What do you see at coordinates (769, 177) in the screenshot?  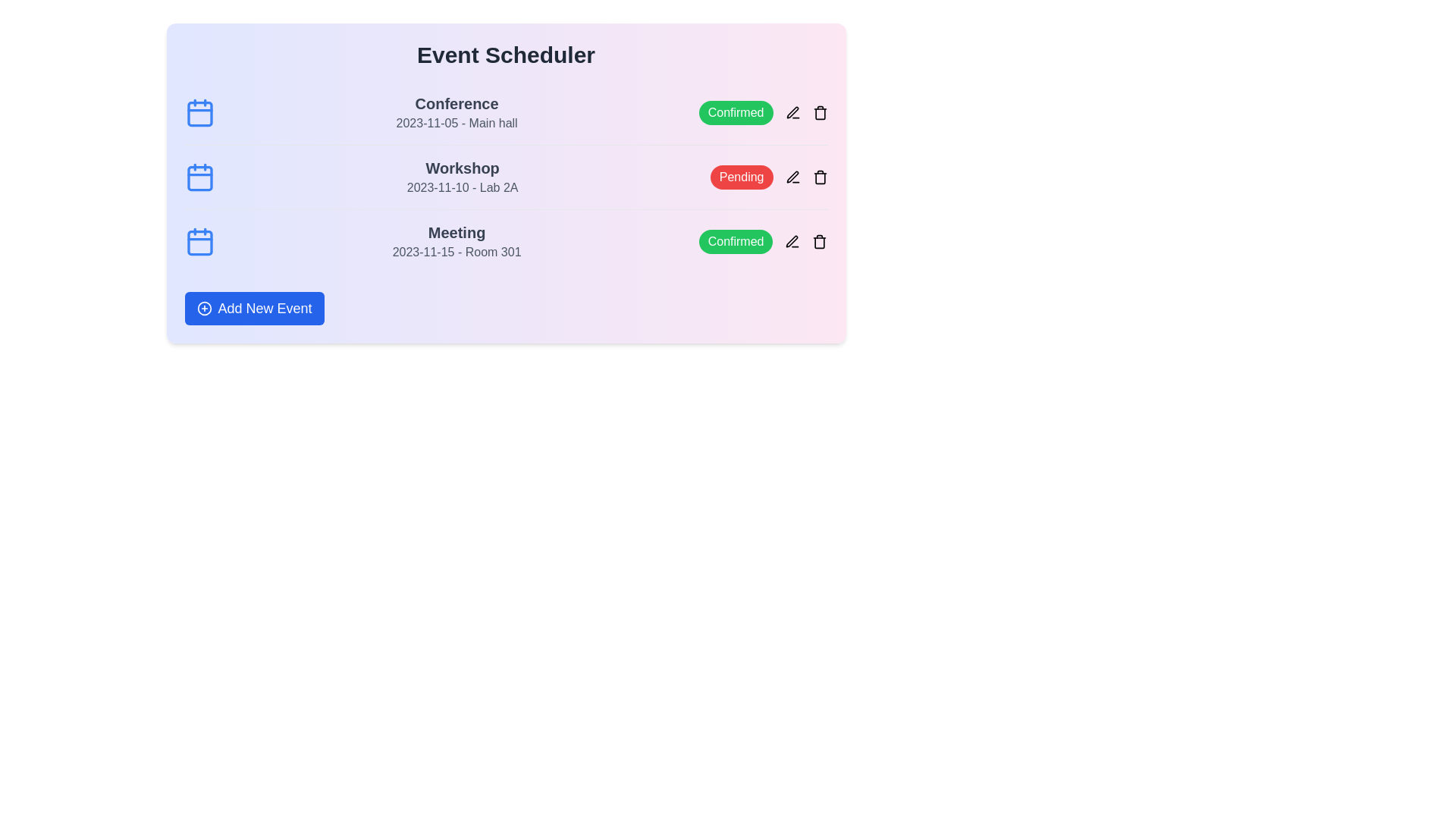 I see `the status indicator styled as a button for the 'Workshop' event in the 'Event Scheduler' section to visually indicate its pending status` at bounding box center [769, 177].